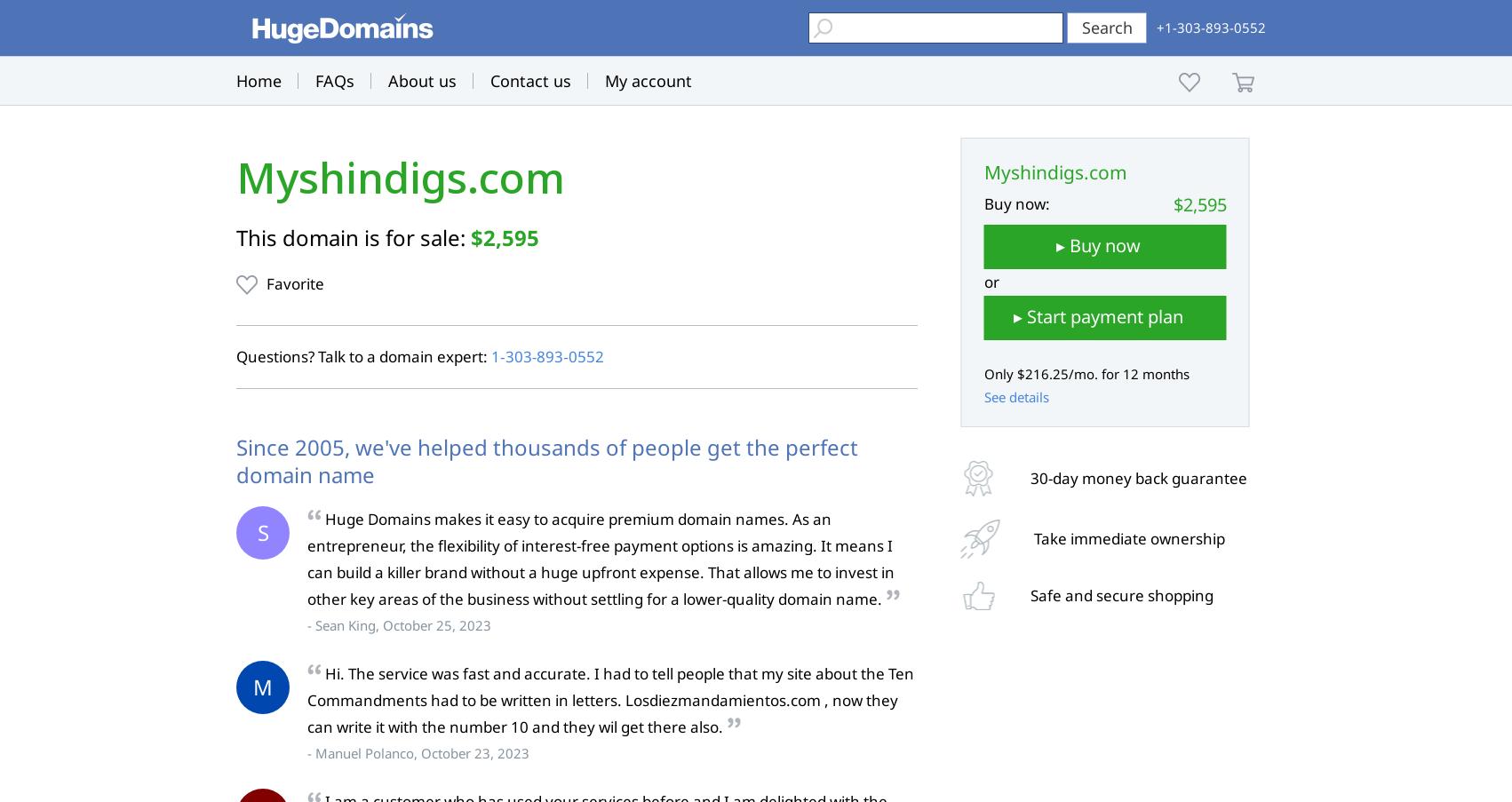 This screenshot has width=1512, height=802. What do you see at coordinates (259, 81) in the screenshot?
I see `'Home'` at bounding box center [259, 81].